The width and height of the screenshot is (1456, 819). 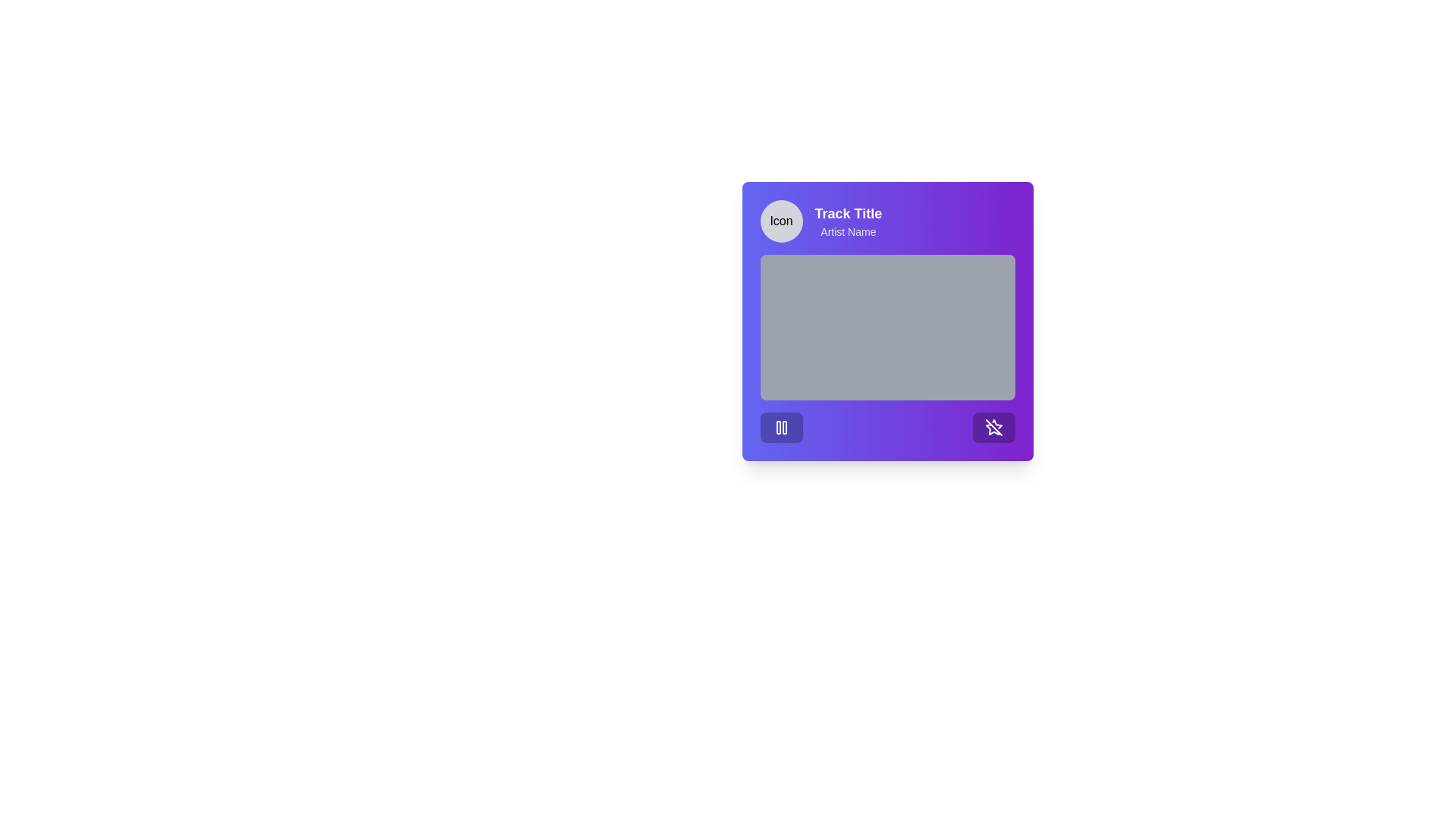 I want to click on the rectangular content display area that has a gray background and rounded corners, so click(x=887, y=327).